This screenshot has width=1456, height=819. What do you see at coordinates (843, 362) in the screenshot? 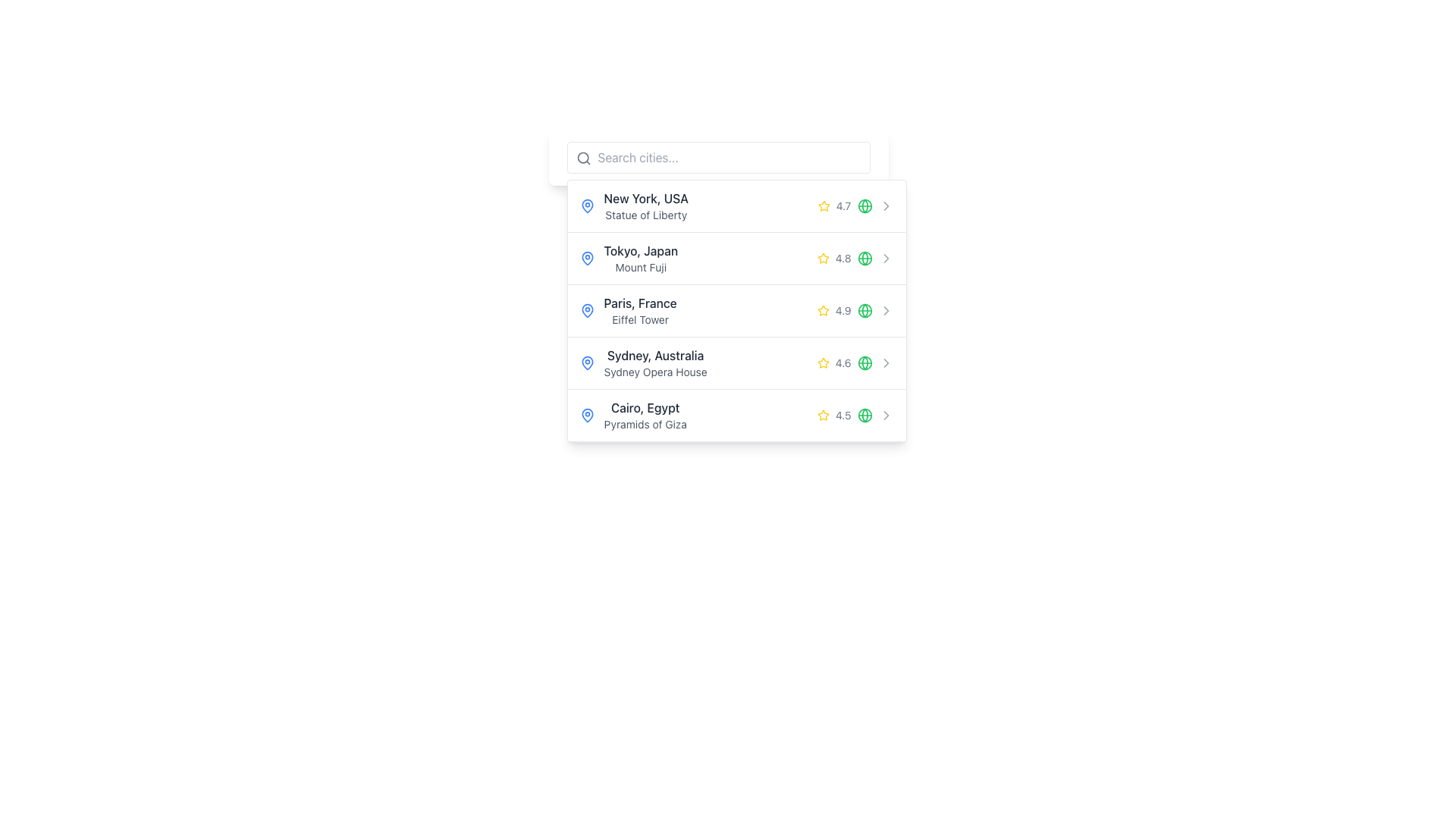
I see `the text label displaying the rating '4.6', which is styled in small light gray font and positioned next to a yellow star icon, located in the right-hand side of the list item referencing 'Sydney, Australia'` at bounding box center [843, 362].